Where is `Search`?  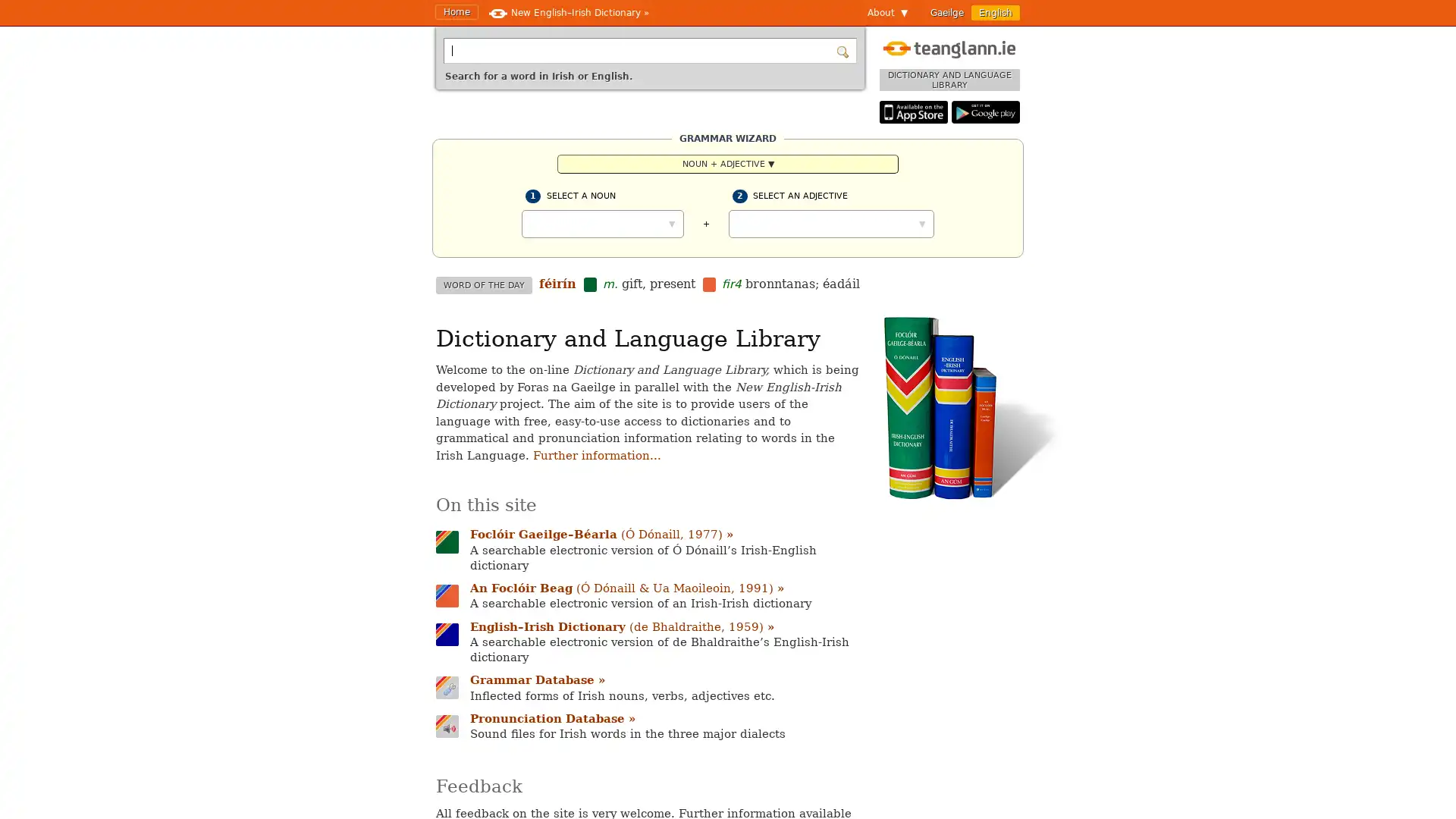 Search is located at coordinates (843, 49).